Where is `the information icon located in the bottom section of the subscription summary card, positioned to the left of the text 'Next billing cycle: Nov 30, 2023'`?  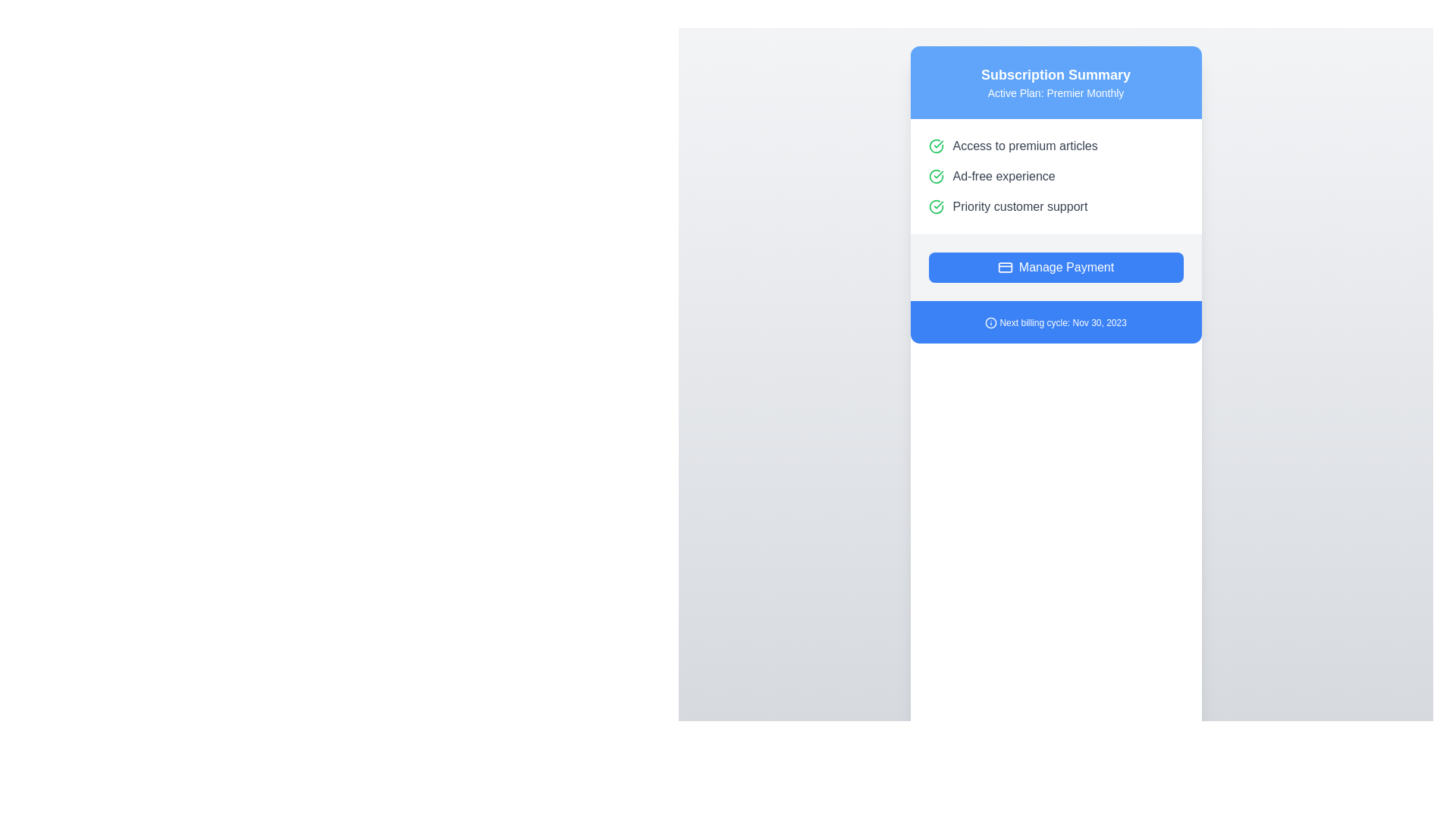 the information icon located in the bottom section of the subscription summary card, positioned to the left of the text 'Next billing cycle: Nov 30, 2023' is located at coordinates (991, 322).